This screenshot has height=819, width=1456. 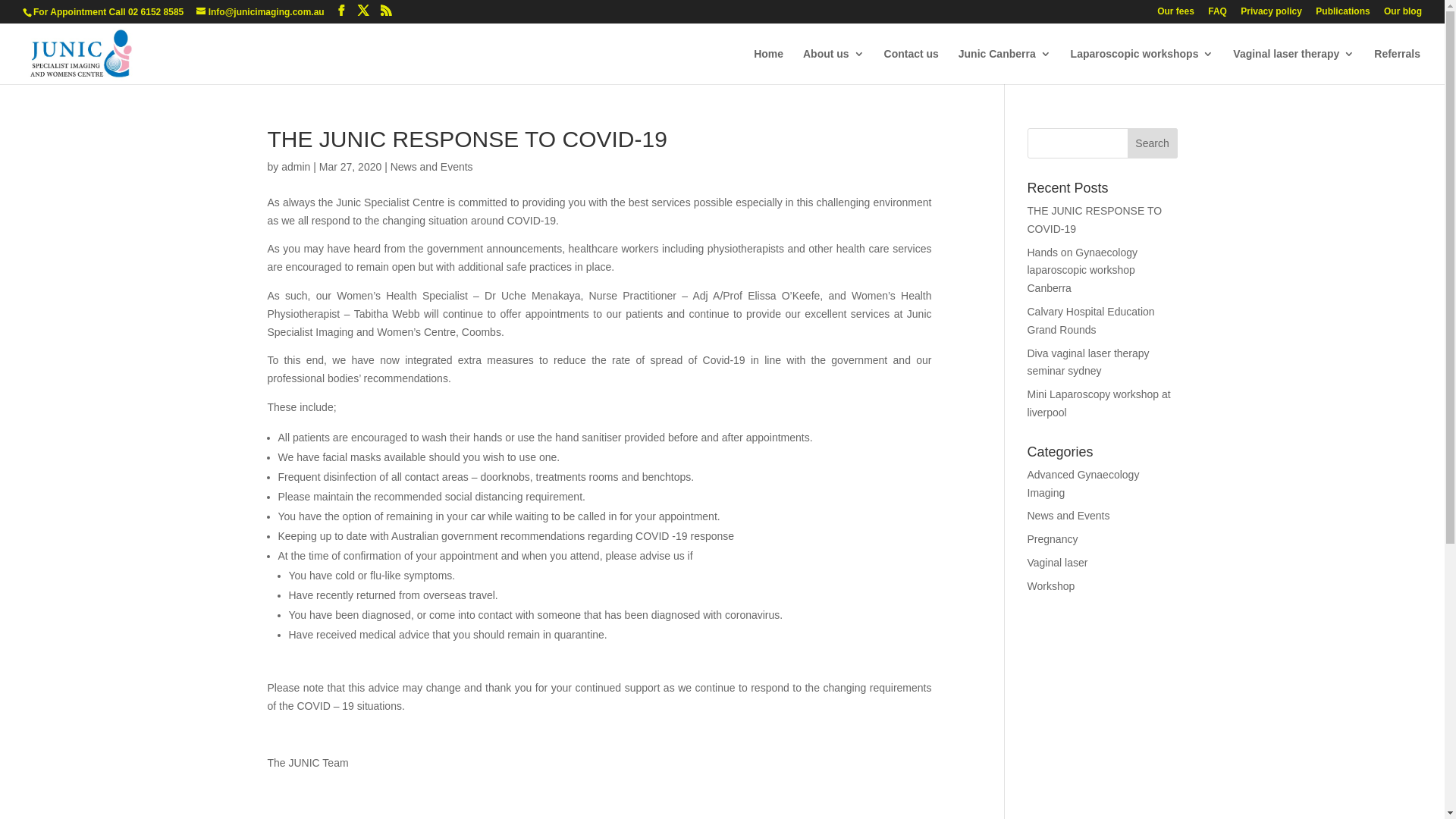 What do you see at coordinates (910, 65) in the screenshot?
I see `'Contact us'` at bounding box center [910, 65].